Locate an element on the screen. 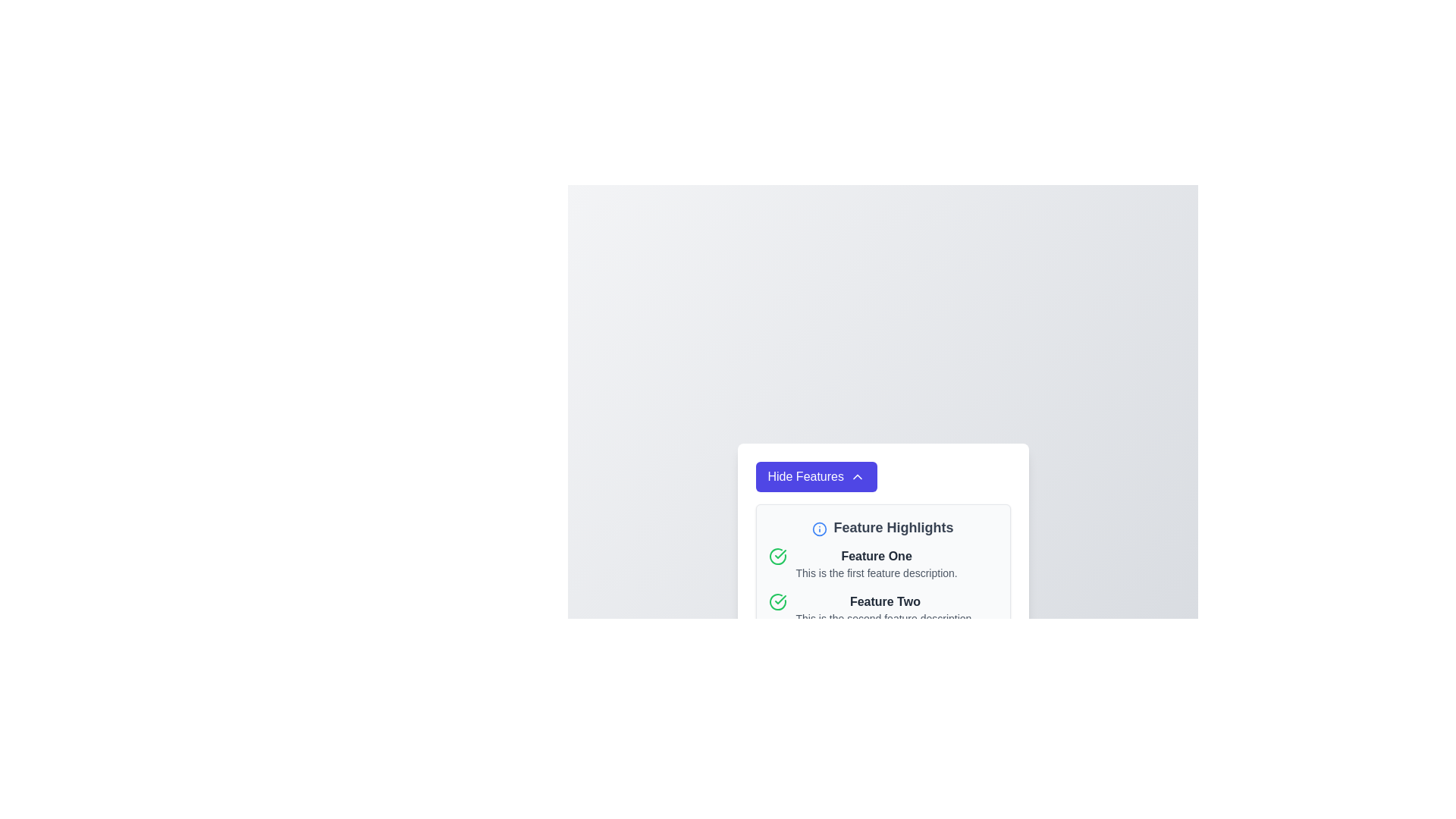 The height and width of the screenshot is (819, 1456). the status indicator icon located to the immediate left of the text label 'Feature One', which signals that the feature is available, active, or successfully enabled is located at coordinates (777, 556).